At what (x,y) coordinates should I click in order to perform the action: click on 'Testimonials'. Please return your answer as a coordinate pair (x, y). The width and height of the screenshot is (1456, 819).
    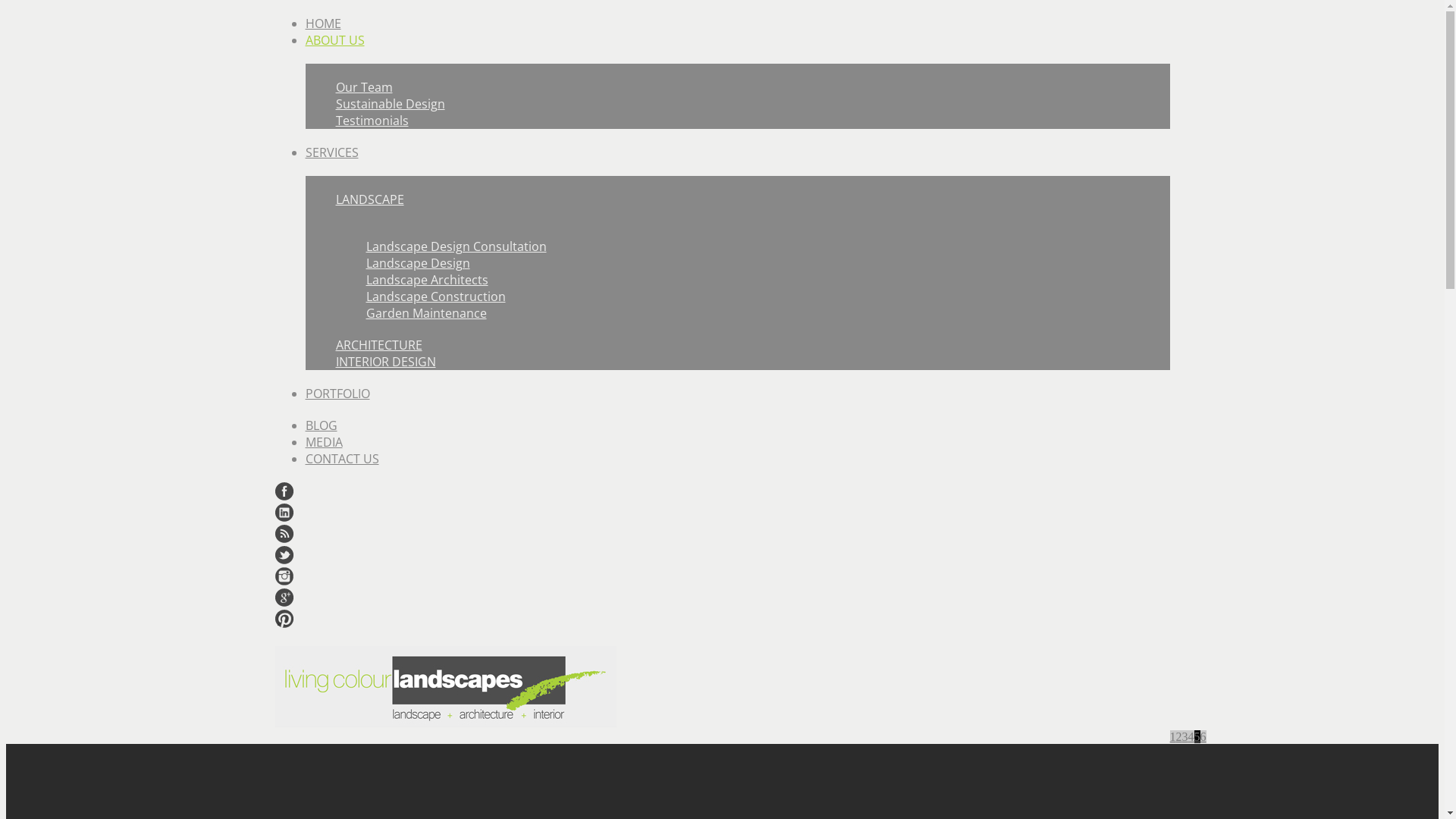
    Looking at the image, I should click on (371, 119).